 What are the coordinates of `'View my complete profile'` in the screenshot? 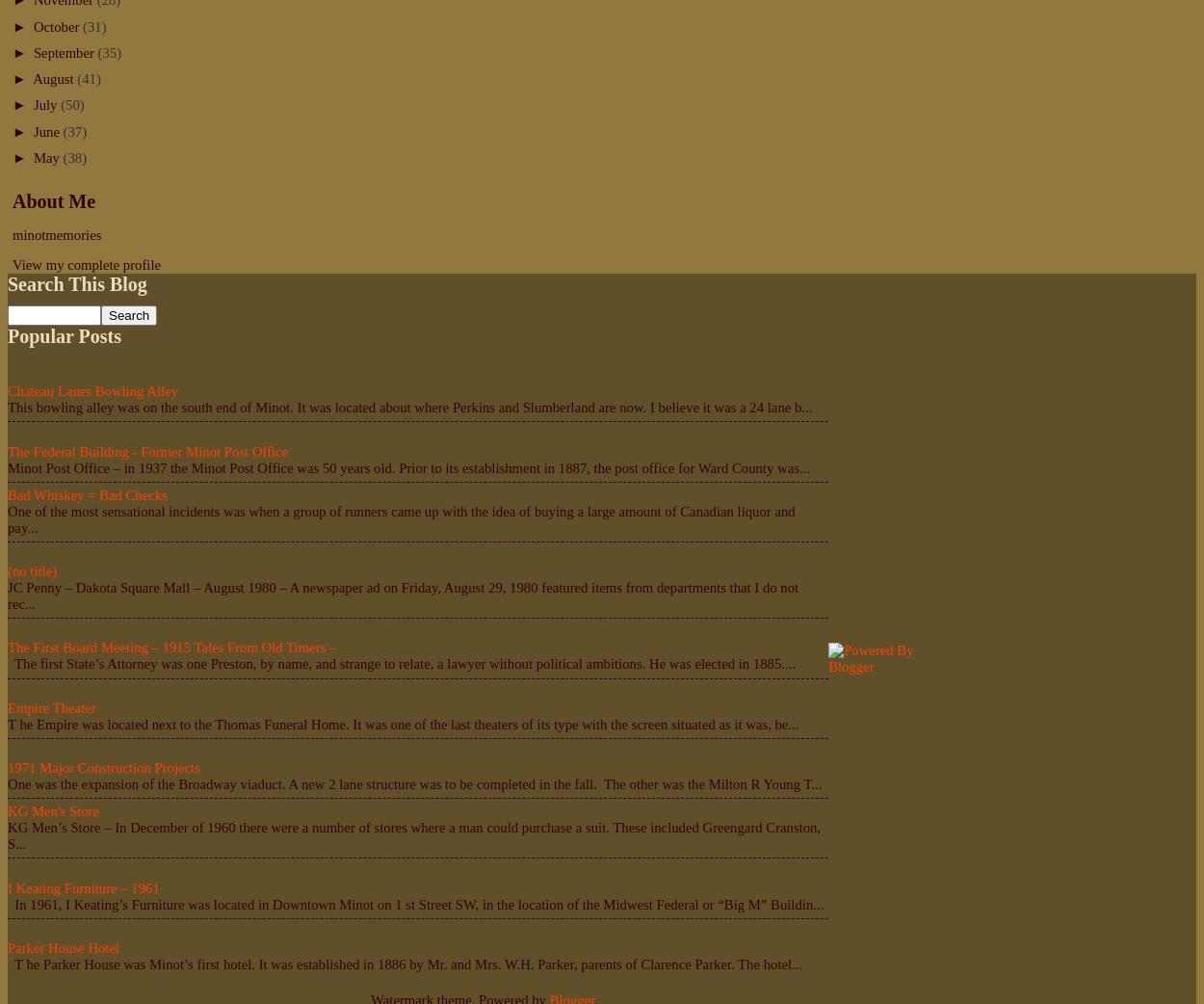 It's located at (86, 264).